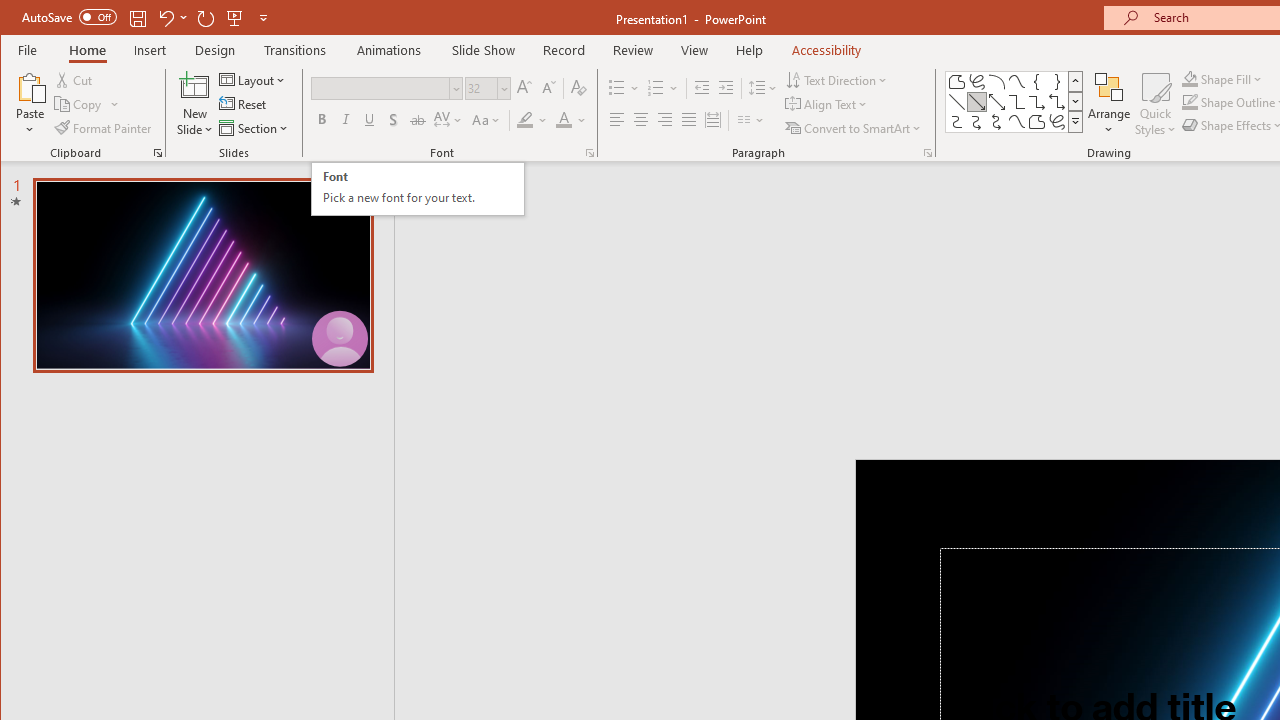 This screenshot has width=1280, height=720. What do you see at coordinates (997, 122) in the screenshot?
I see `'Connector: Curved Double-Arrow'` at bounding box center [997, 122].